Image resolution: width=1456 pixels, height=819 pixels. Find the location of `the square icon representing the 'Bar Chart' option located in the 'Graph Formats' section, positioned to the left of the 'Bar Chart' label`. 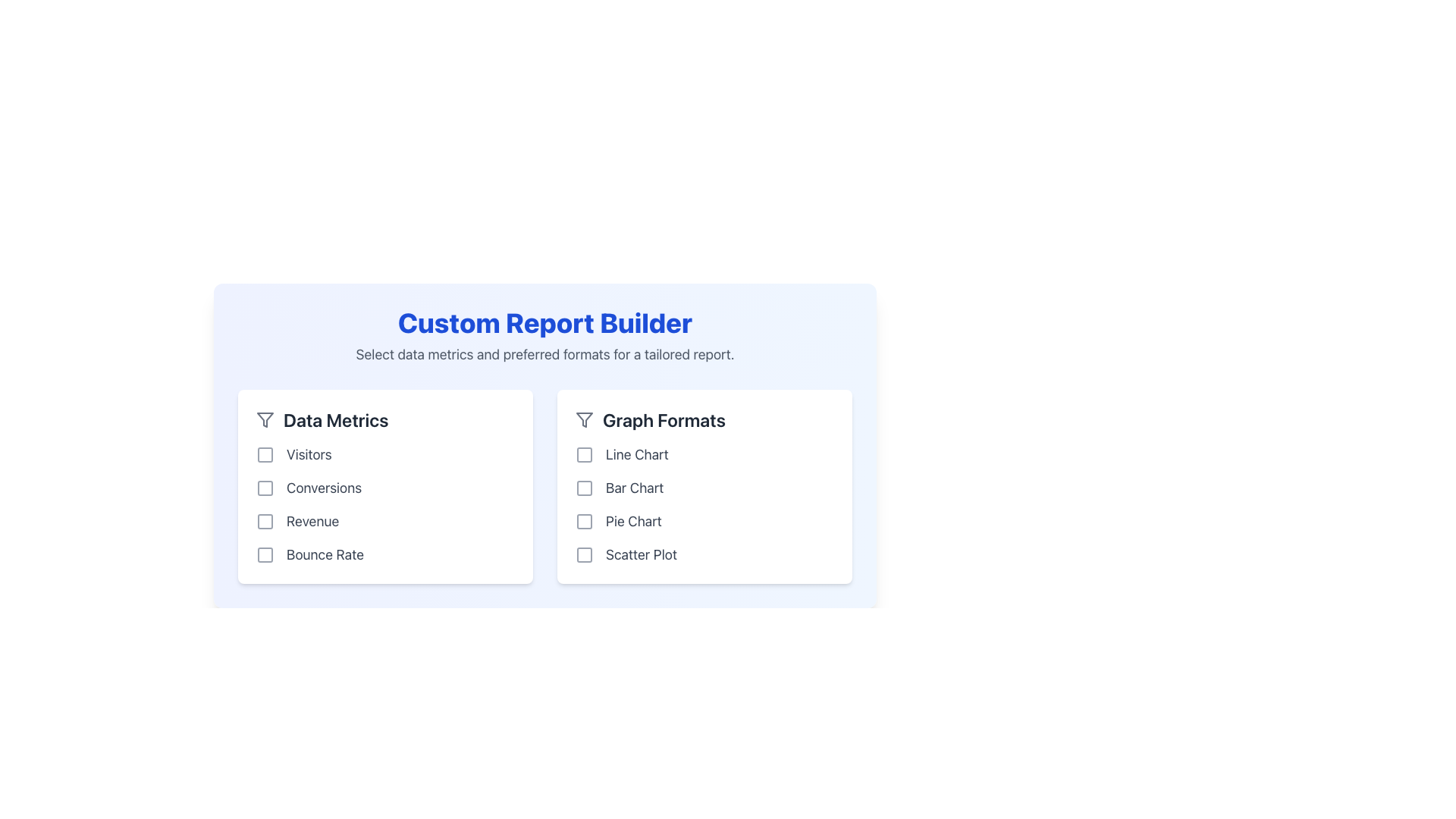

the square icon representing the 'Bar Chart' option located in the 'Graph Formats' section, positioned to the left of the 'Bar Chart' label is located at coordinates (584, 488).